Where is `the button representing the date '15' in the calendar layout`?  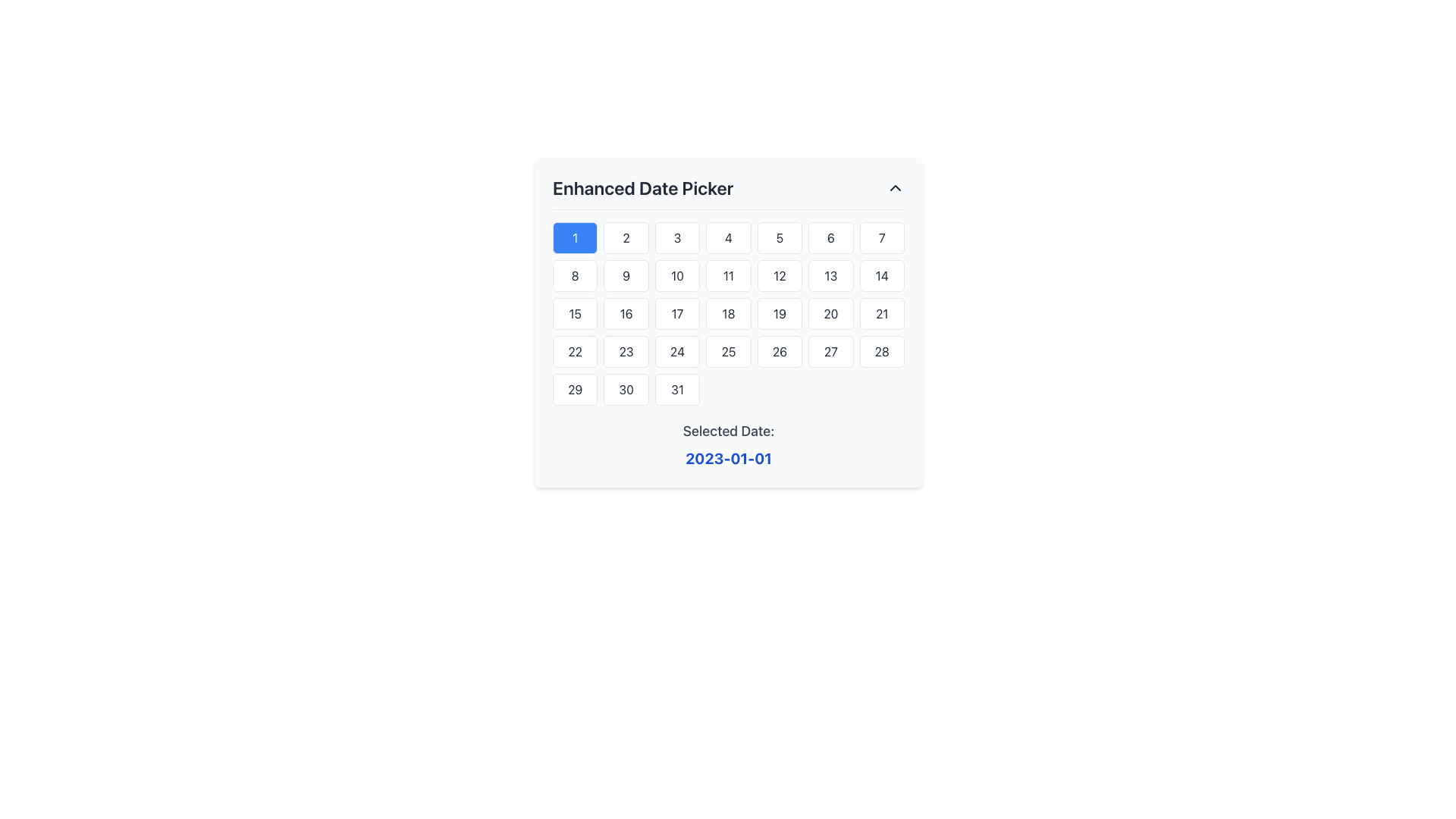 the button representing the date '15' in the calendar layout is located at coordinates (574, 312).